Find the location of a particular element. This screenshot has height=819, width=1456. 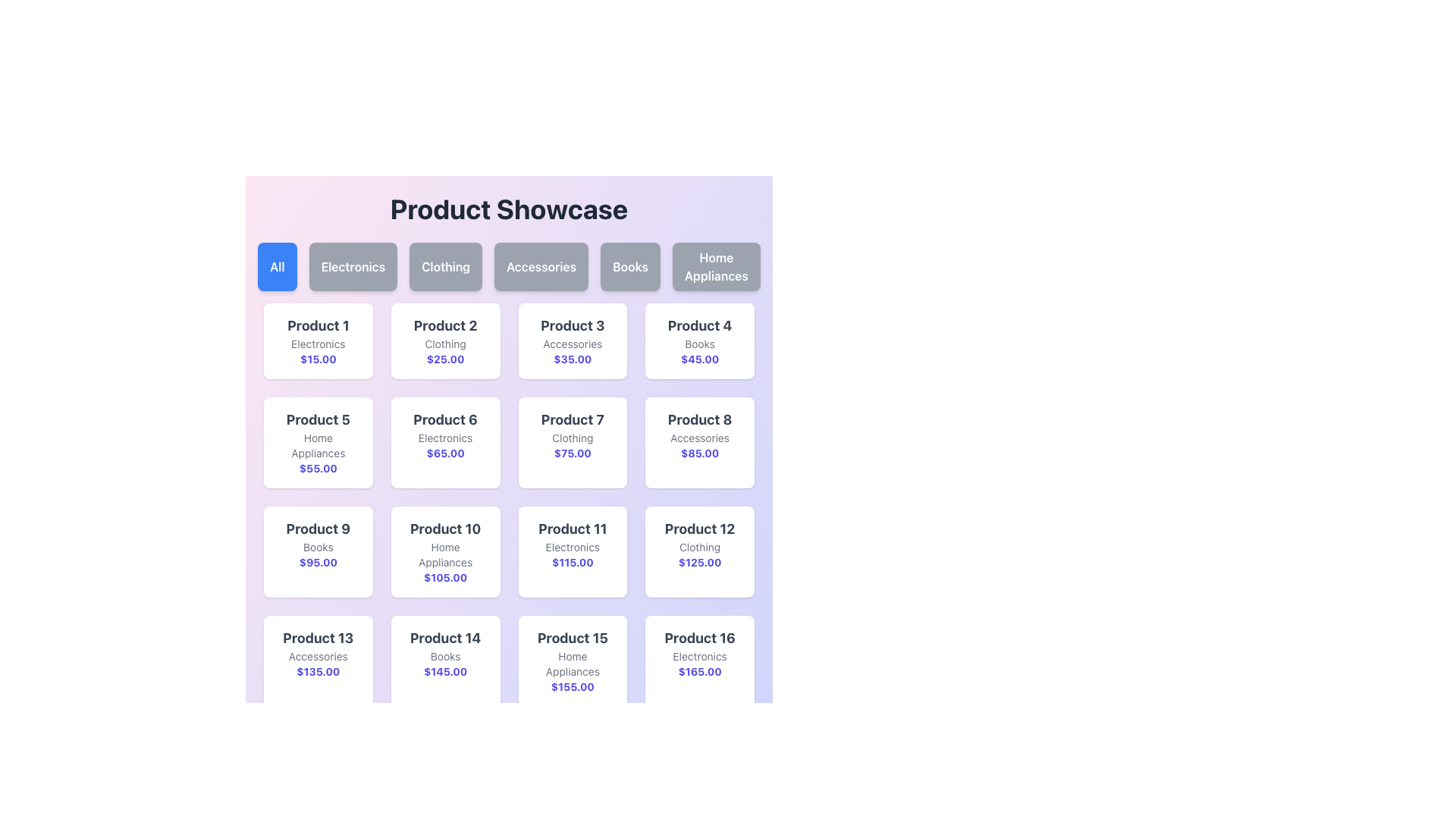

price displayed in bold purple text '$105.00' located below 'Home Appliances' for 'Product 10' is located at coordinates (444, 578).